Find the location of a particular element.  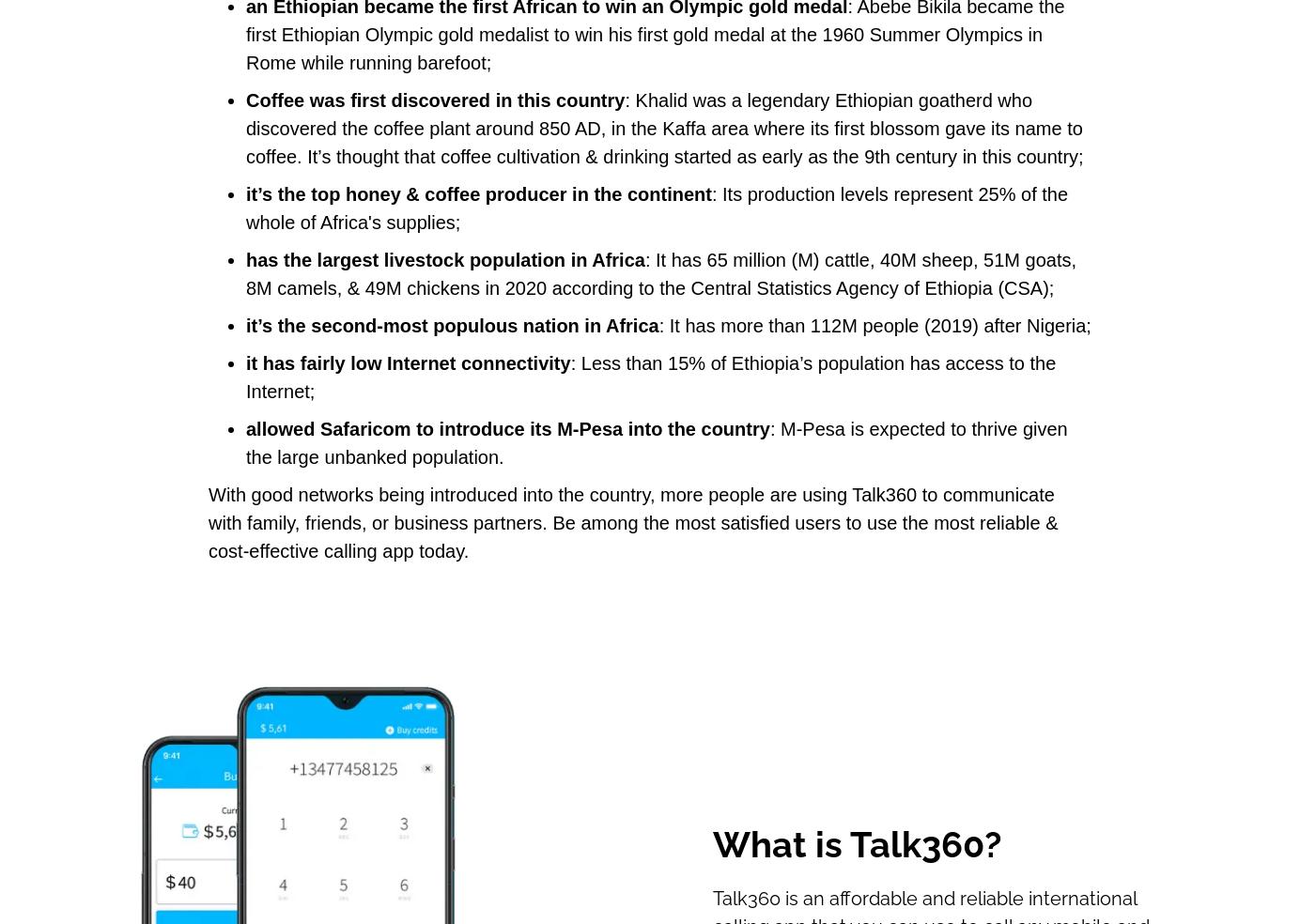

'it’s the second-most populous nation in Africa' is located at coordinates (451, 324).